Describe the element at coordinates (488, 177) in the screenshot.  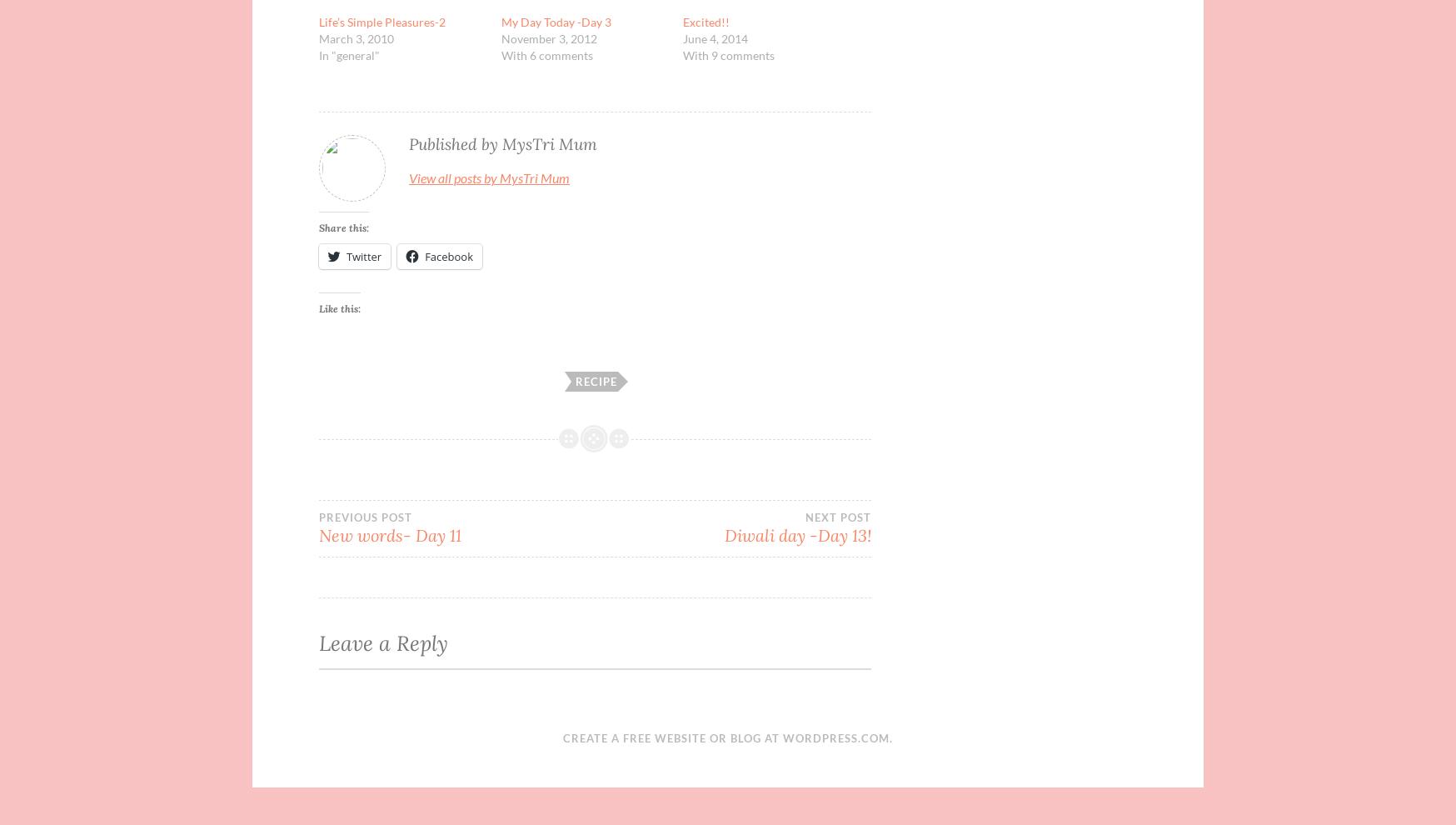
I see `'View all posts by MysTri Mum'` at that location.